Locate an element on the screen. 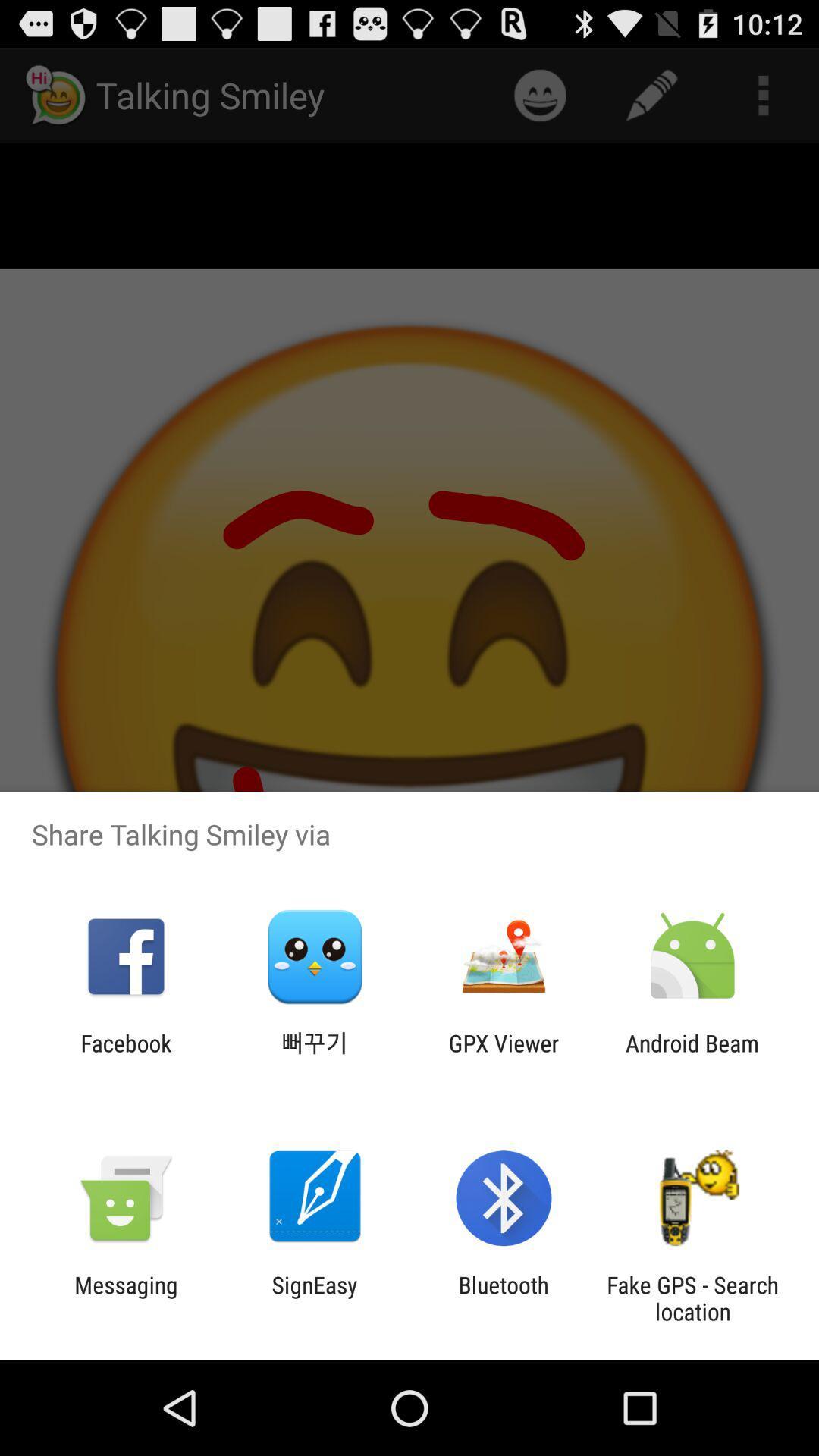 The height and width of the screenshot is (1456, 819). the app next to the android beam app is located at coordinates (504, 1056).